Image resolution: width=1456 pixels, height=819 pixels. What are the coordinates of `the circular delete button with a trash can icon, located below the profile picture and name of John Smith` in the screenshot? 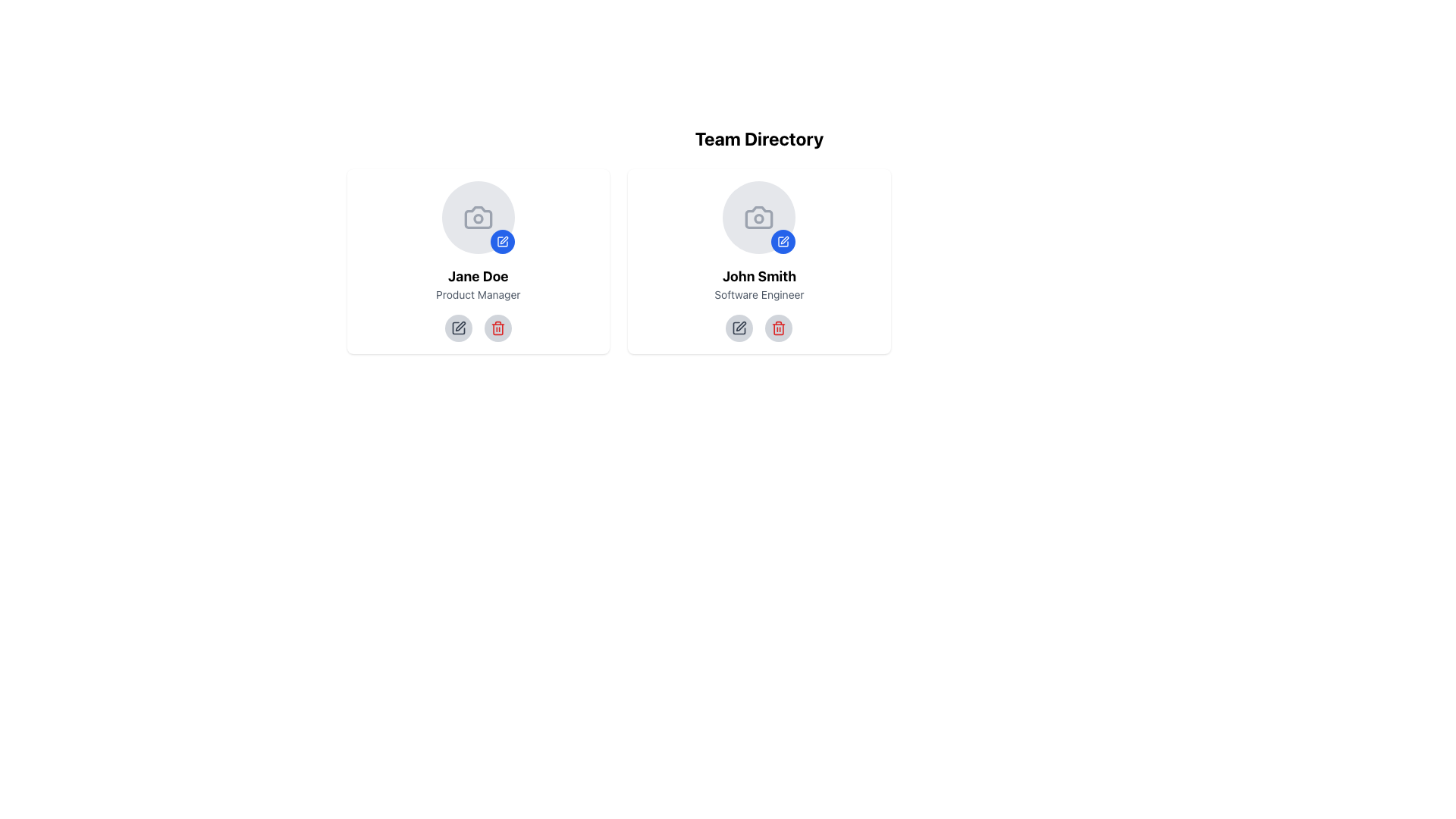 It's located at (779, 327).